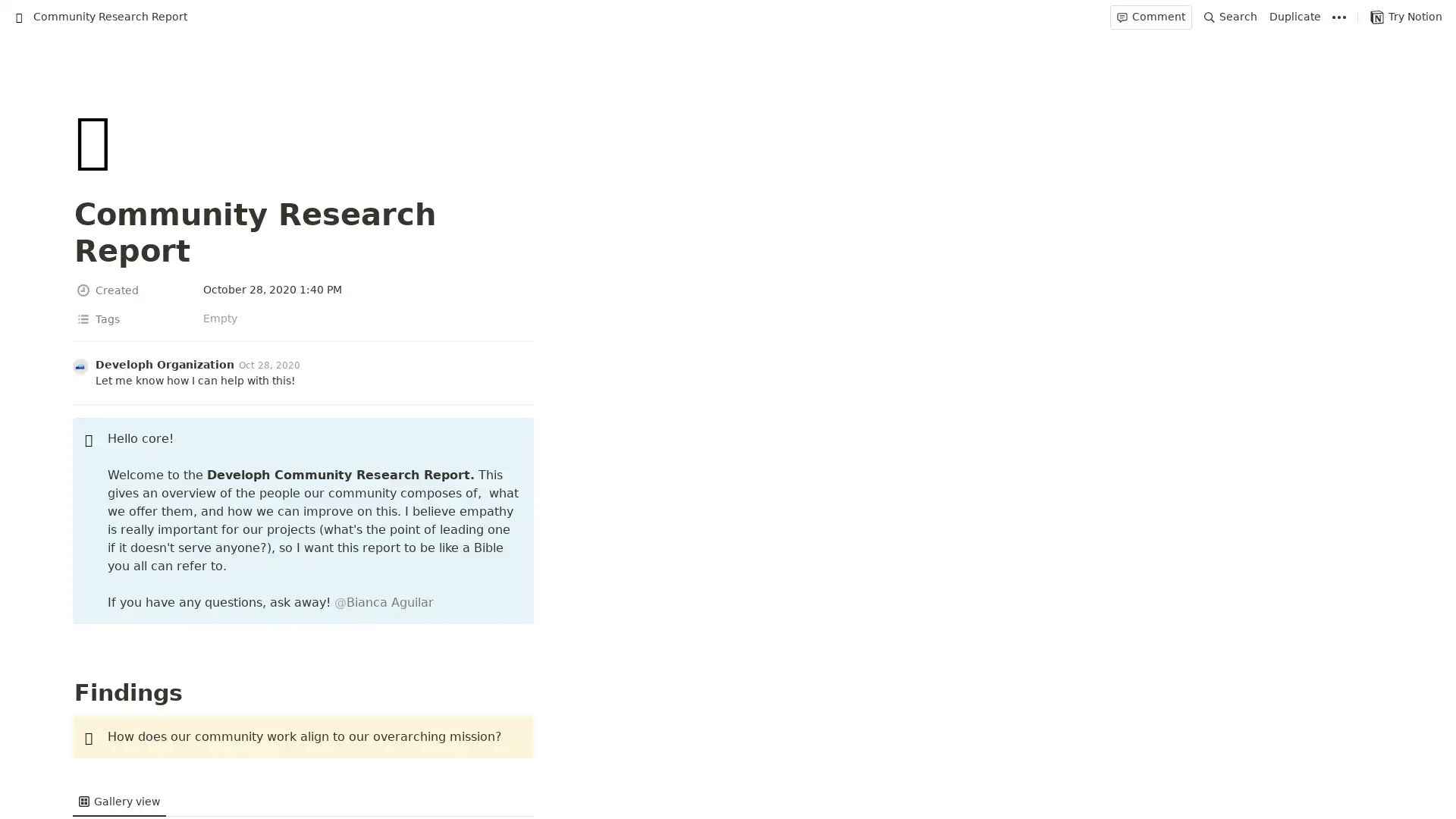 Image resolution: width=1456 pixels, height=819 pixels. I want to click on Findings, so click(127, 725).